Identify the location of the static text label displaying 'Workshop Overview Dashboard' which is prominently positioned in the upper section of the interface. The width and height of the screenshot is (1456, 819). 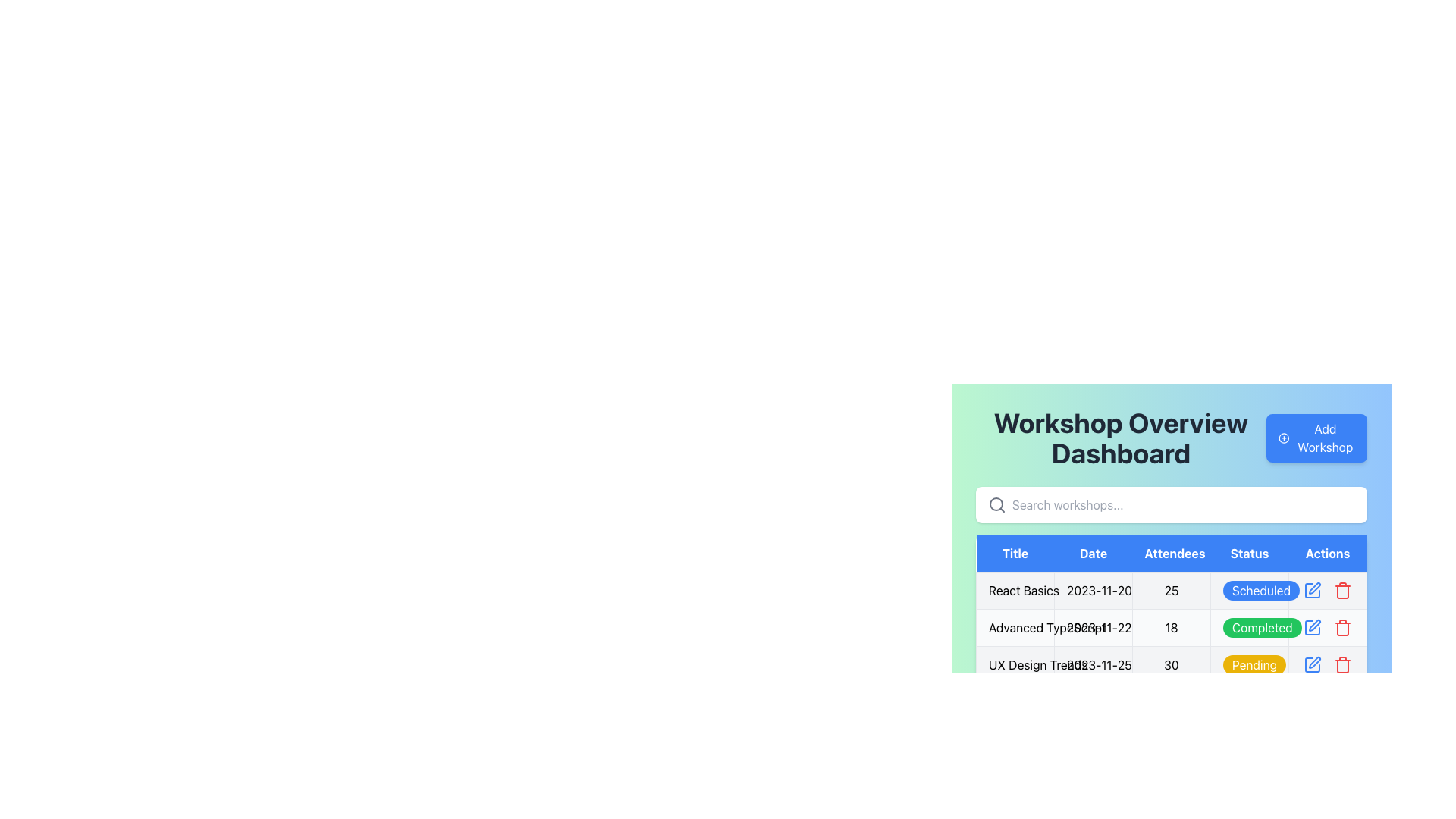
(1121, 438).